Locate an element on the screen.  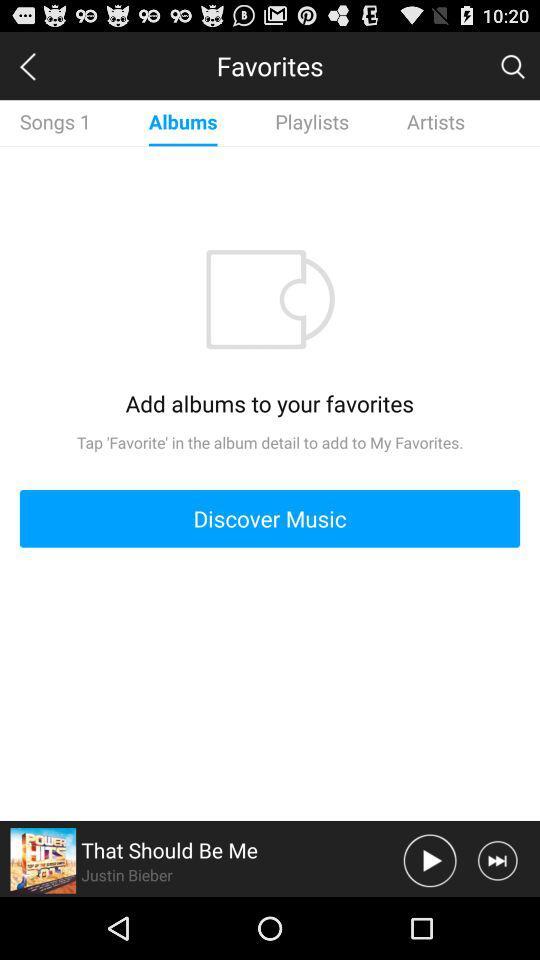
the skip_next icon is located at coordinates (496, 921).